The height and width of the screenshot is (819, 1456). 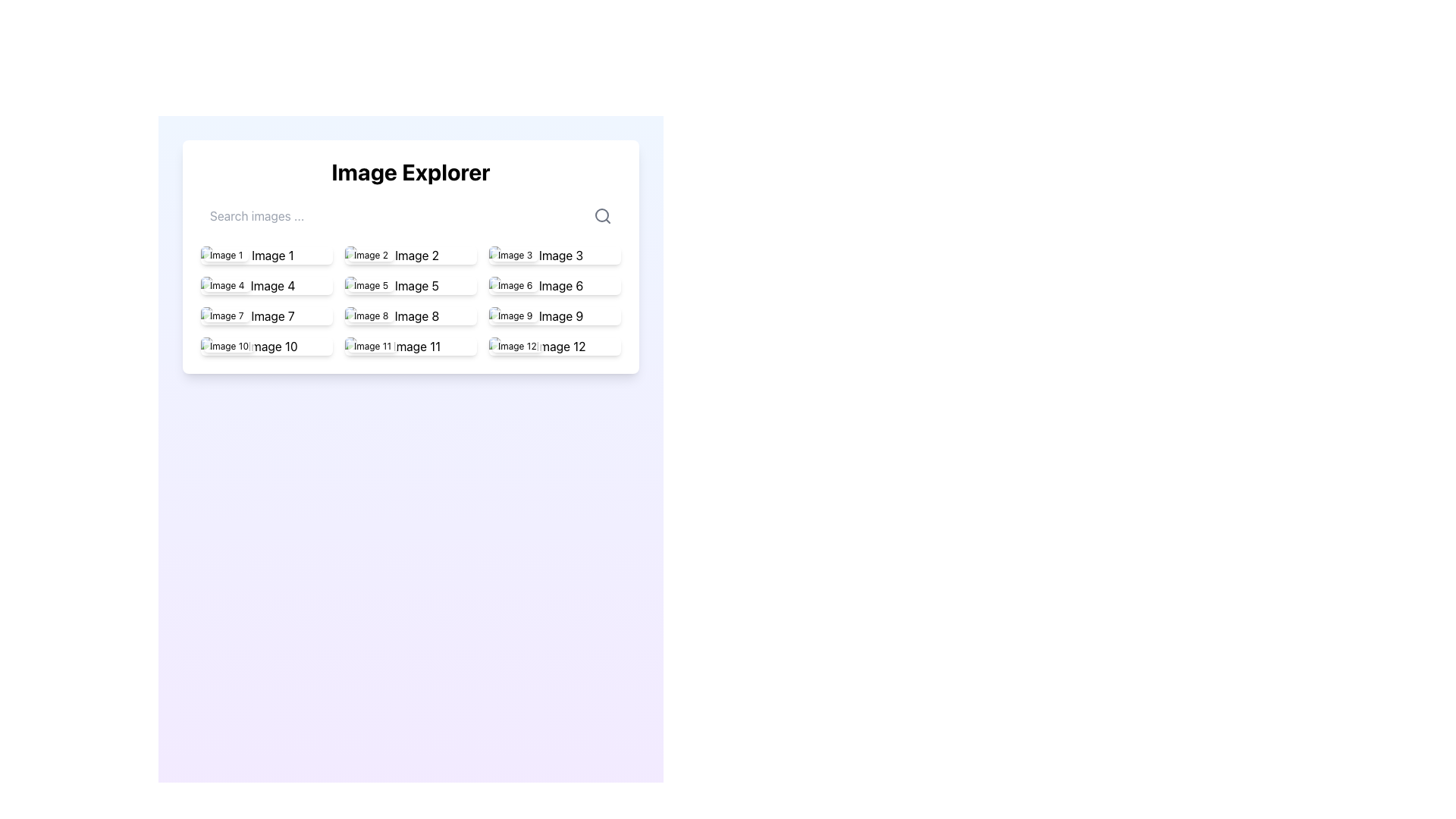 What do you see at coordinates (371, 315) in the screenshot?
I see `the text label overlay identifying the associated image as 'Image 8', located in the third row and second column of the gallery` at bounding box center [371, 315].